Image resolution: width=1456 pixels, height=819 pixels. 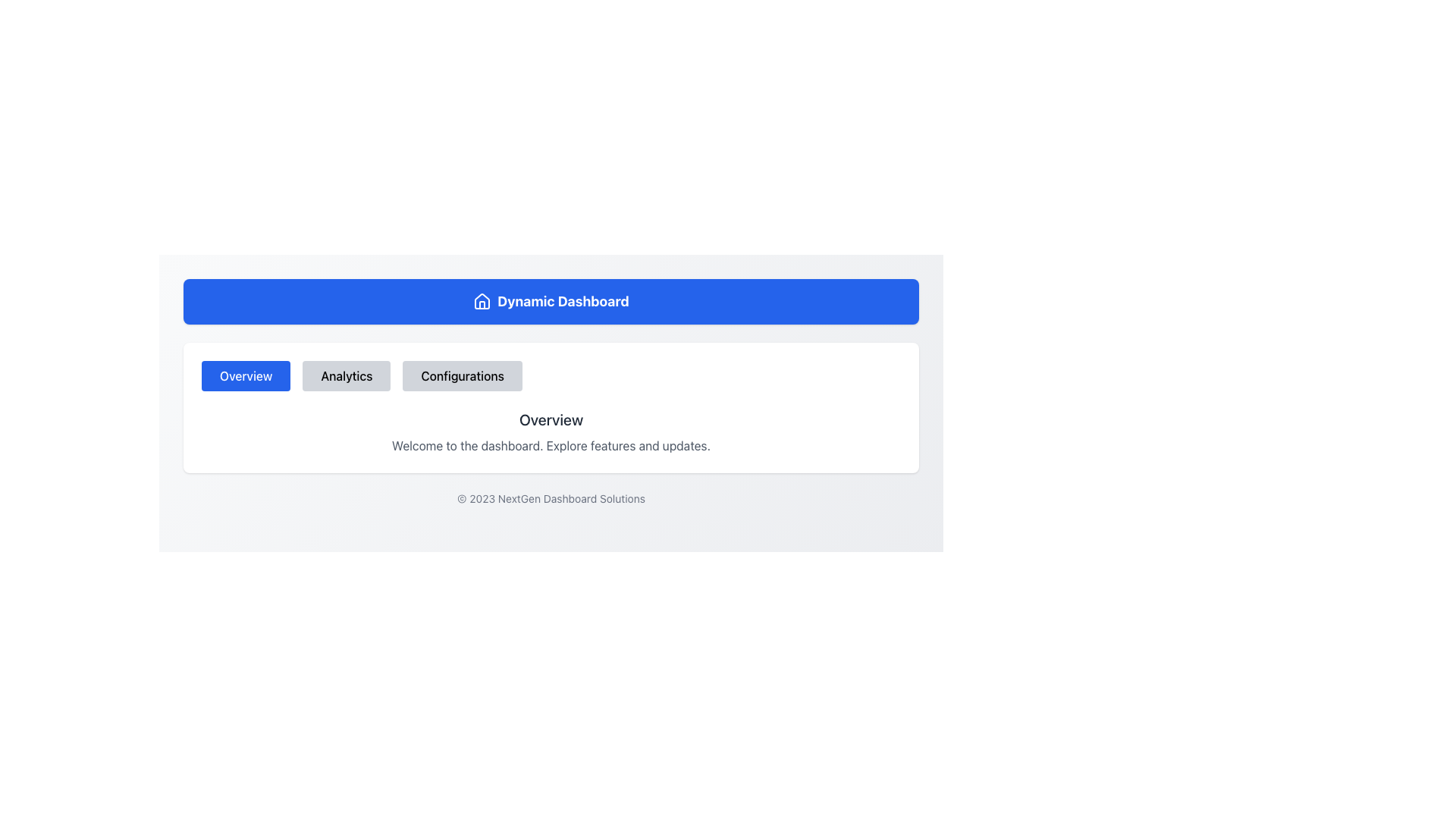 What do you see at coordinates (346, 375) in the screenshot?
I see `the 'Analytics' button, which is the second button in a row of three` at bounding box center [346, 375].